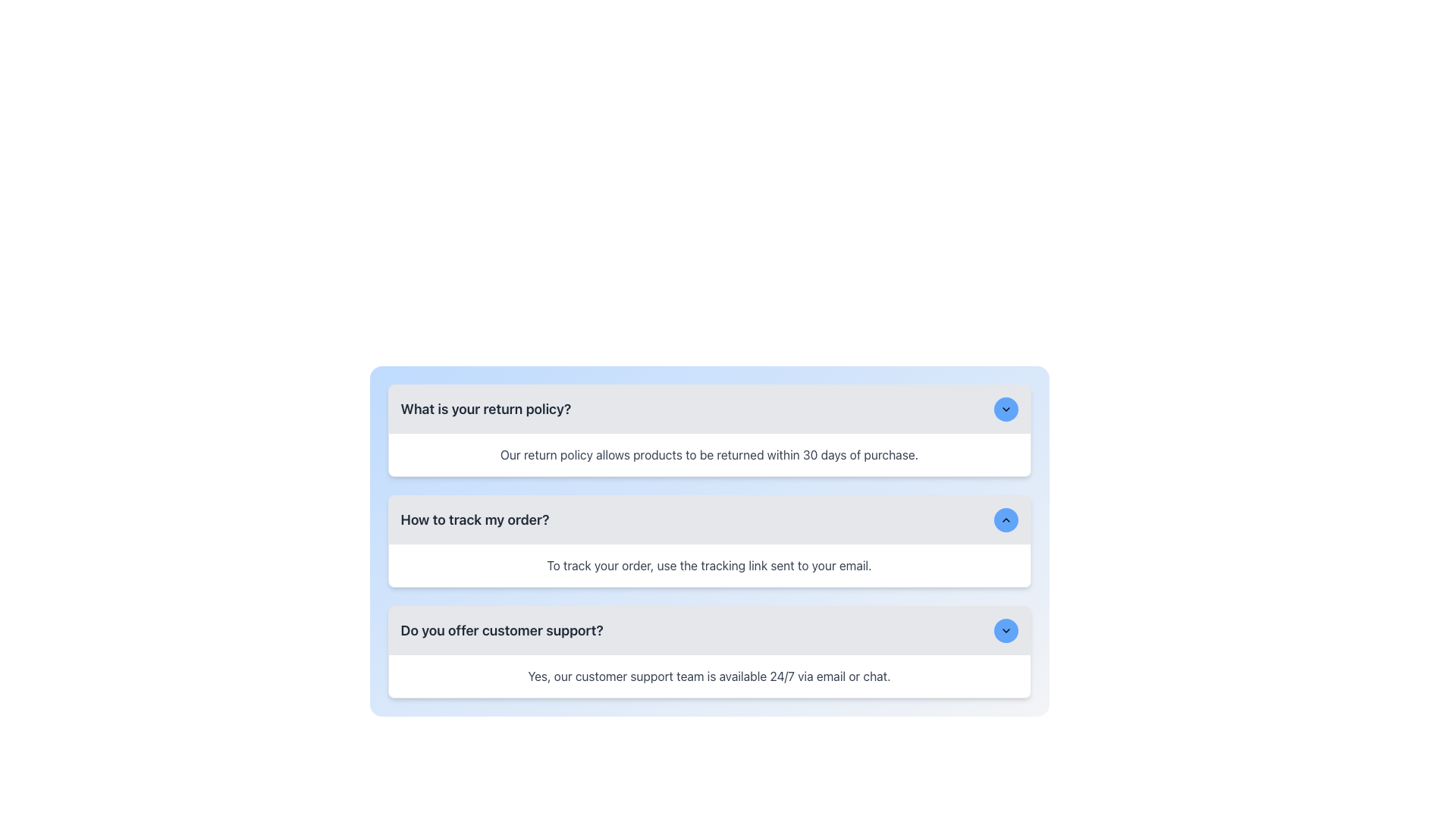 This screenshot has width=1456, height=819. What do you see at coordinates (708, 409) in the screenshot?
I see `the light gray bar with rounded edges labeled 'What is your return policy?'` at bounding box center [708, 409].